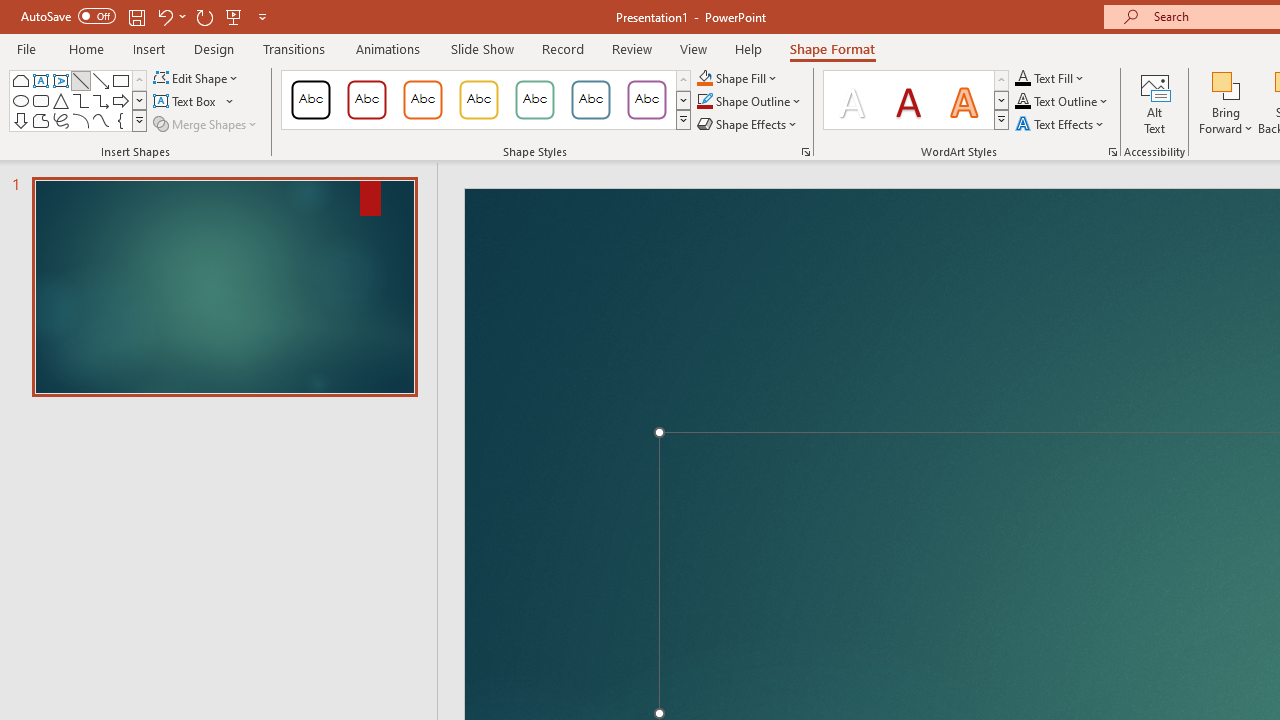  What do you see at coordinates (206, 124) in the screenshot?
I see `'Merge Shapes'` at bounding box center [206, 124].